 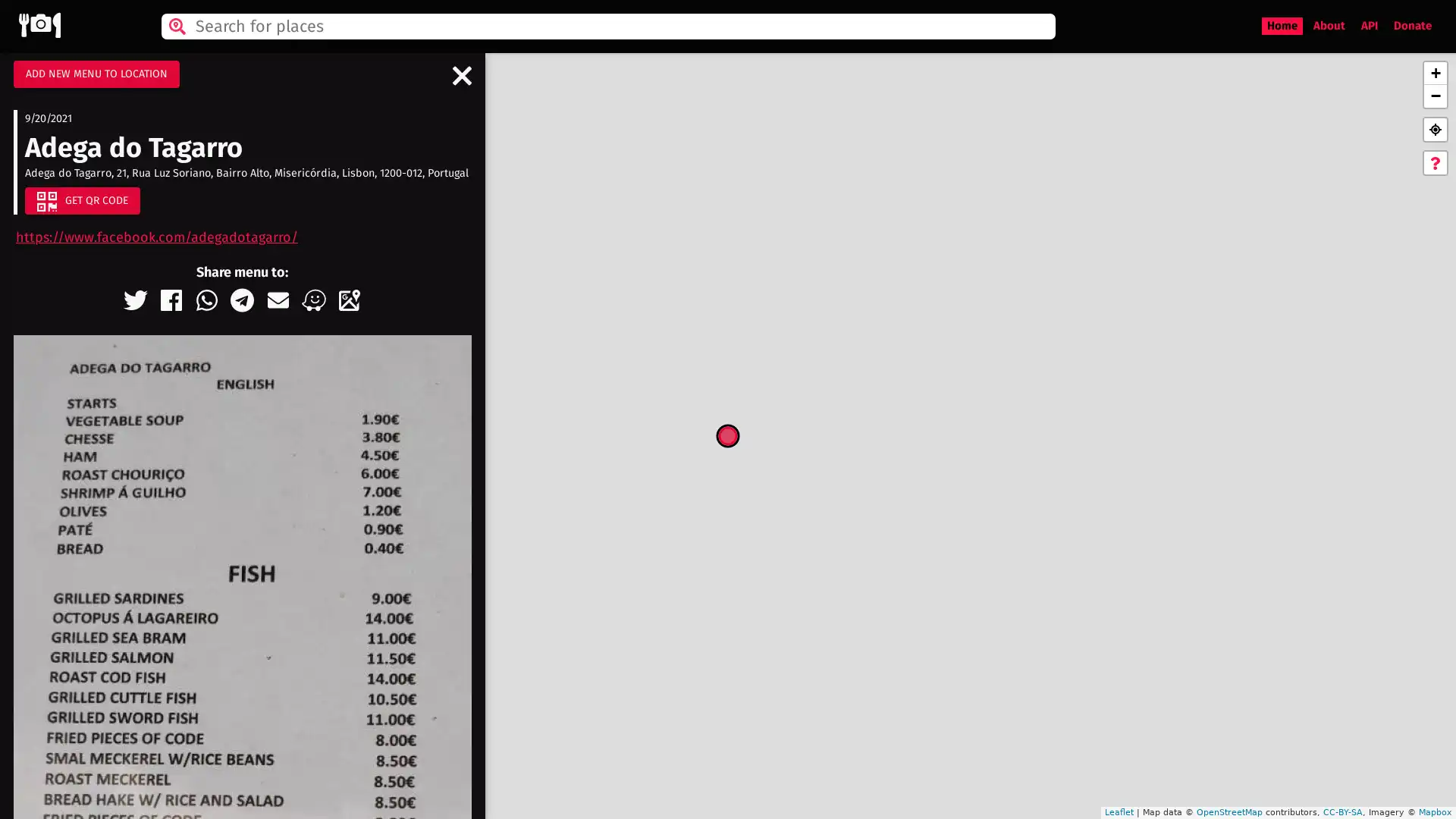 What do you see at coordinates (96, 74) in the screenshot?
I see `ADD NEW MENU TO LOCATION` at bounding box center [96, 74].